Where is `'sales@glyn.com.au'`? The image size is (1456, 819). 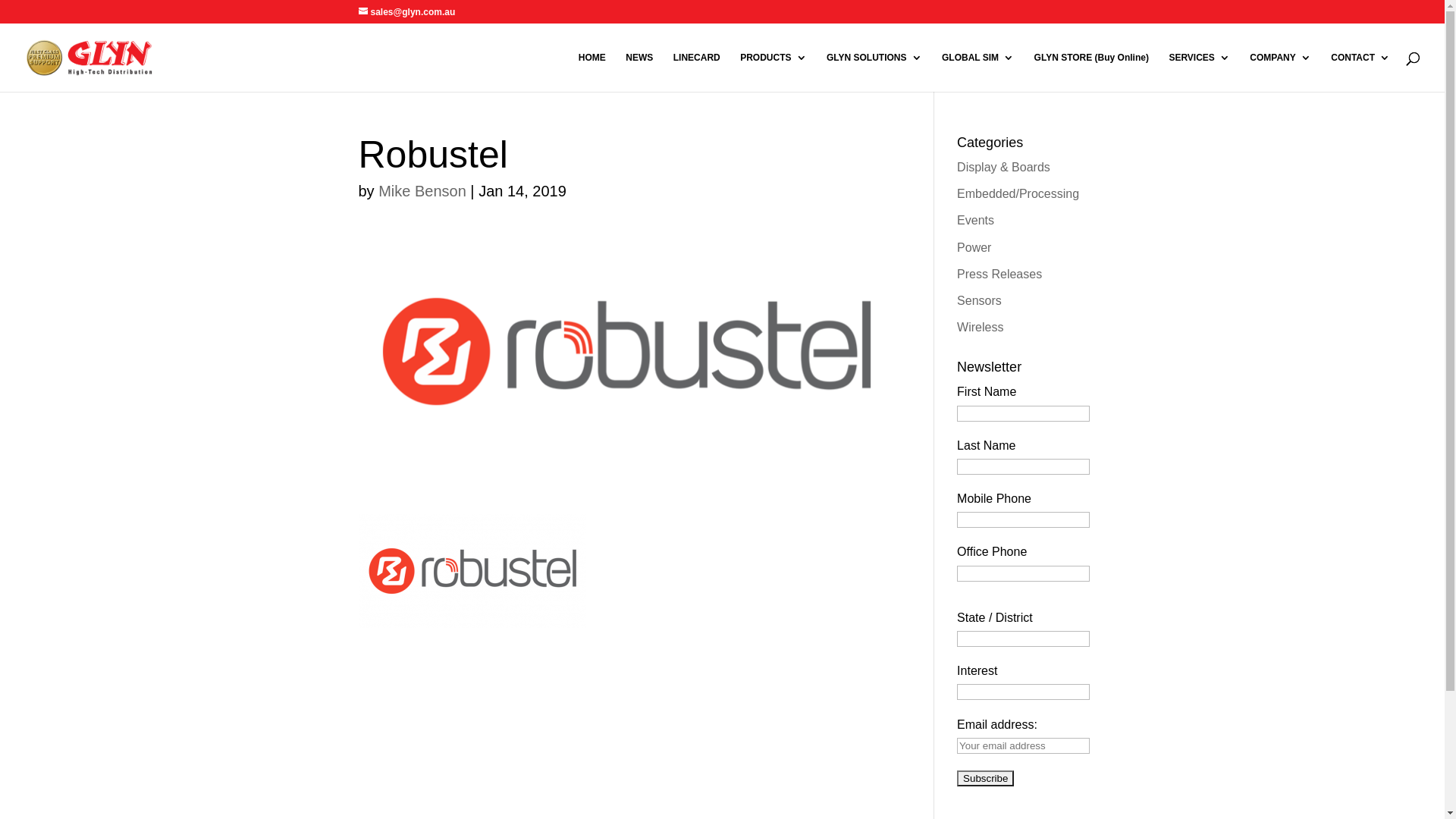 'sales@glyn.com.au' is located at coordinates (406, 11).